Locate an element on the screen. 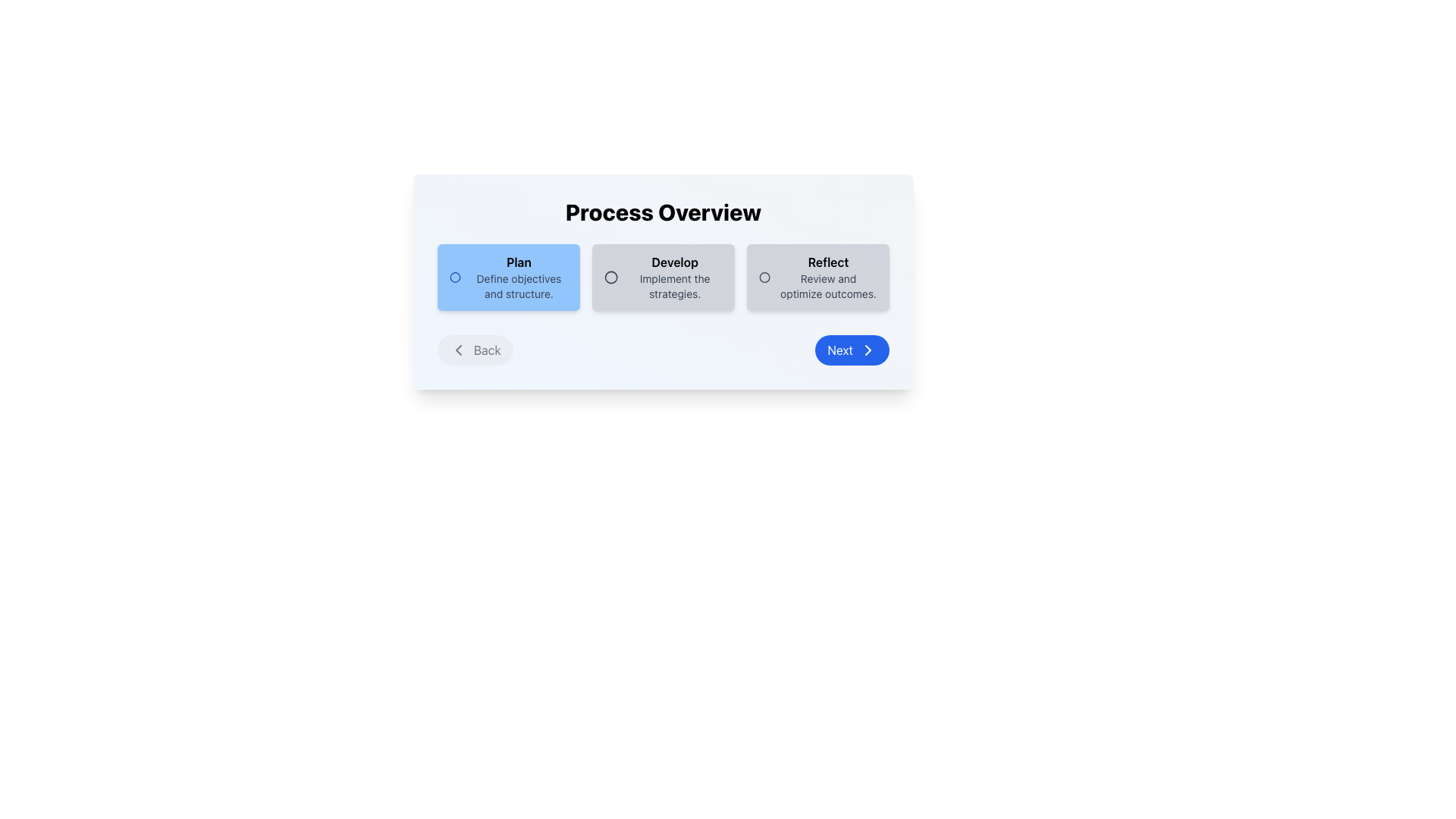 The image size is (1456, 819). the right-pointing chevron icon within the blue circular button labeled 'Next' is located at coordinates (868, 350).